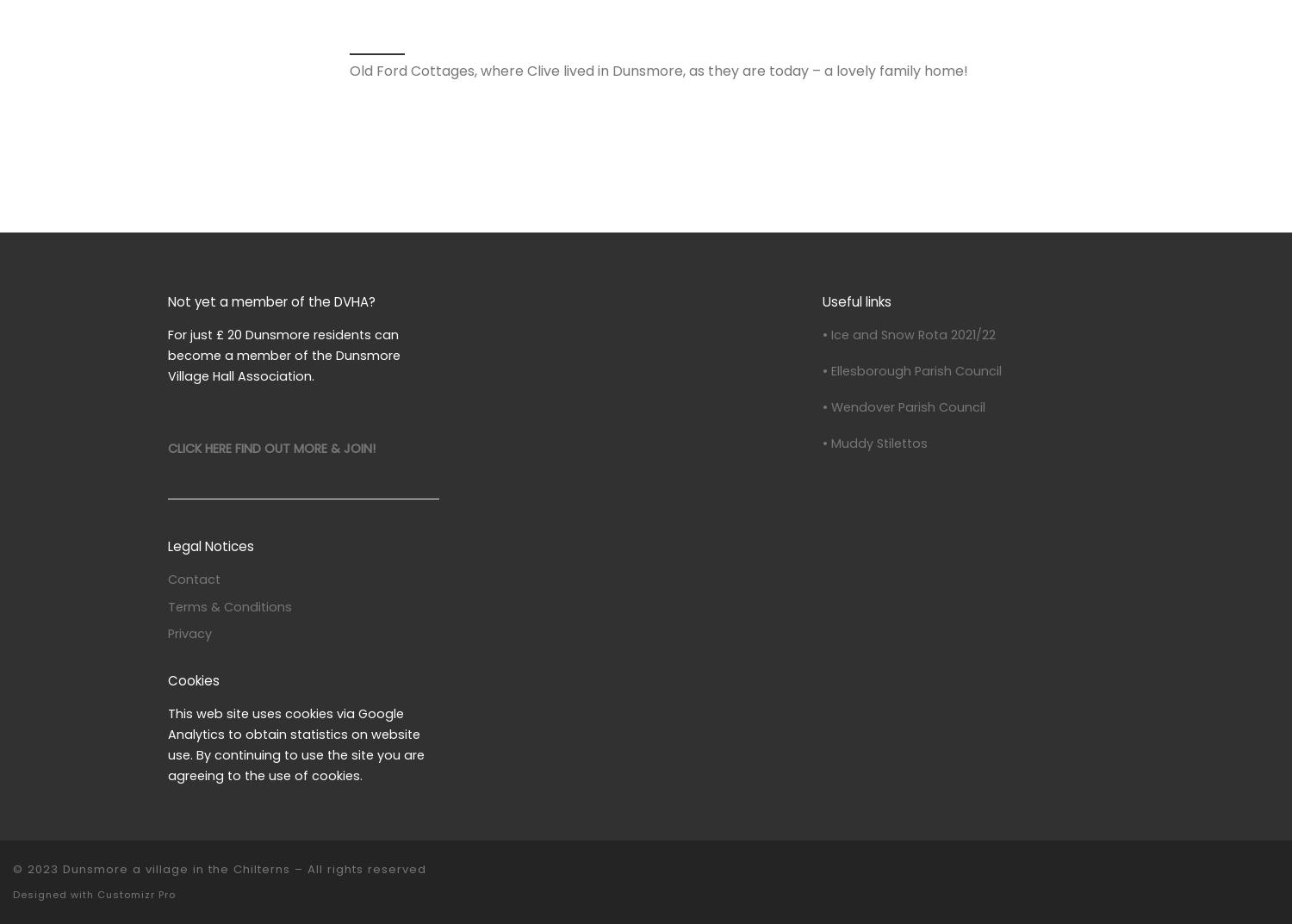  Describe the element at coordinates (189, 632) in the screenshot. I see `'Privacy'` at that location.